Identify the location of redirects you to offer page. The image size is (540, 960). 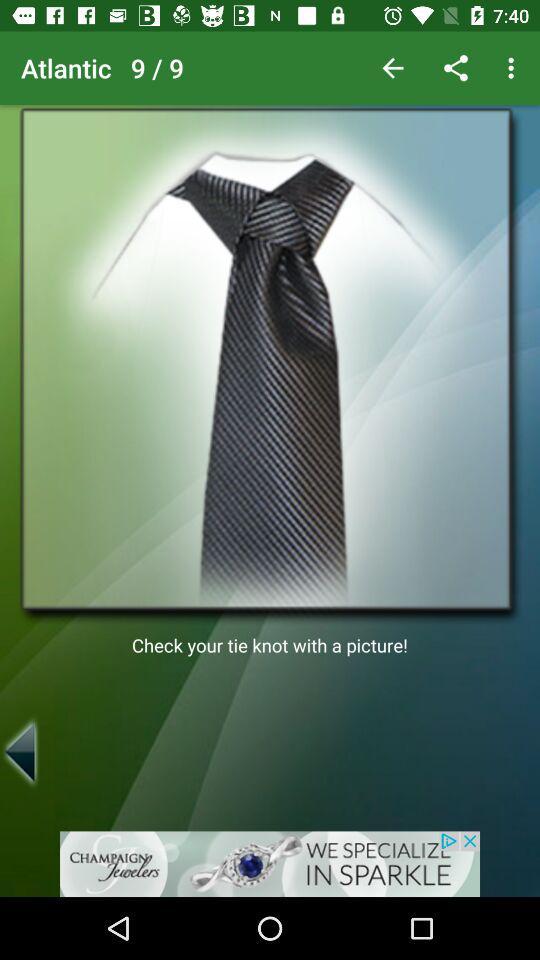
(270, 863).